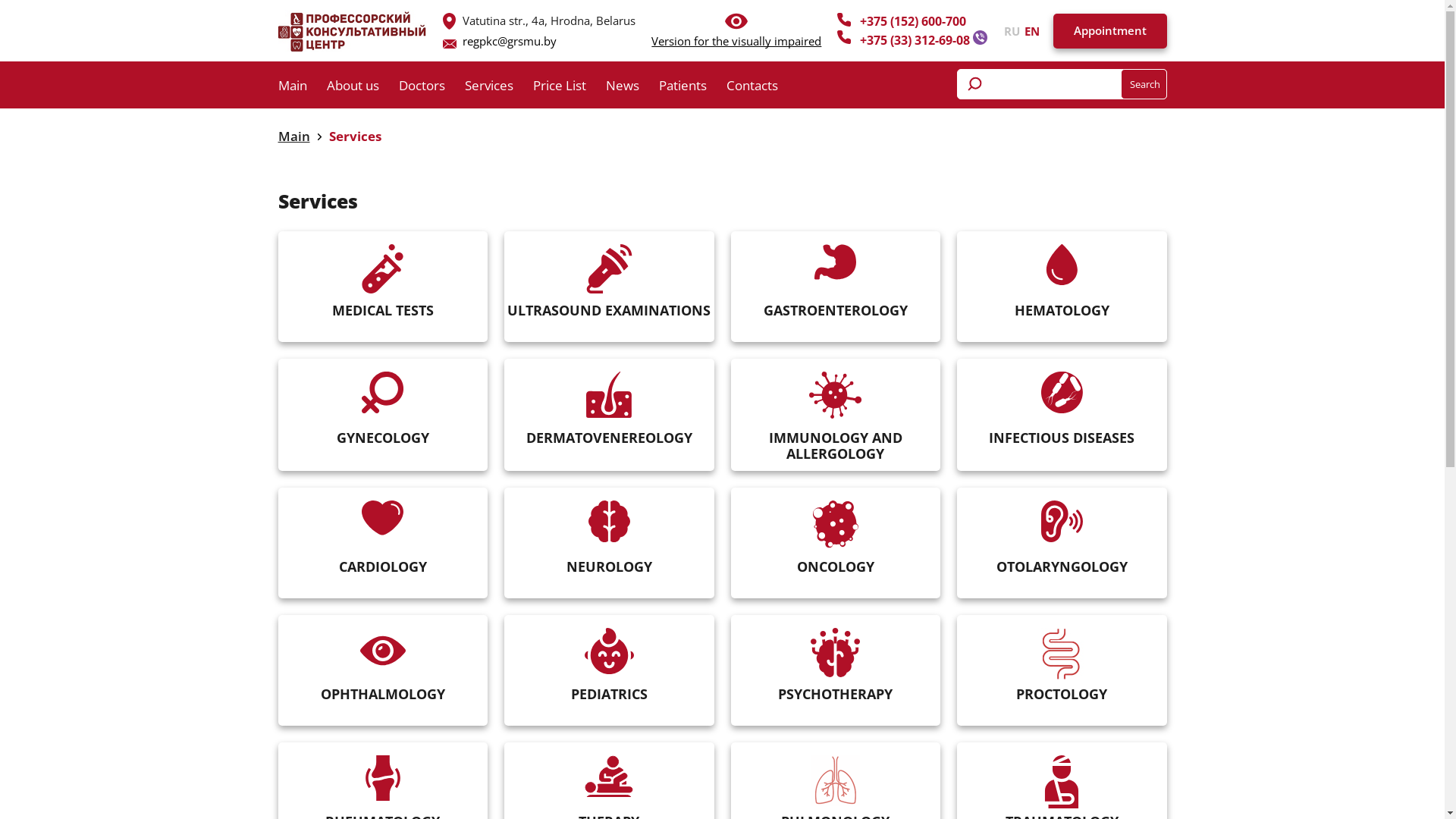  Describe the element at coordinates (1061, 670) in the screenshot. I see `'PROCTOLOGY'` at that location.